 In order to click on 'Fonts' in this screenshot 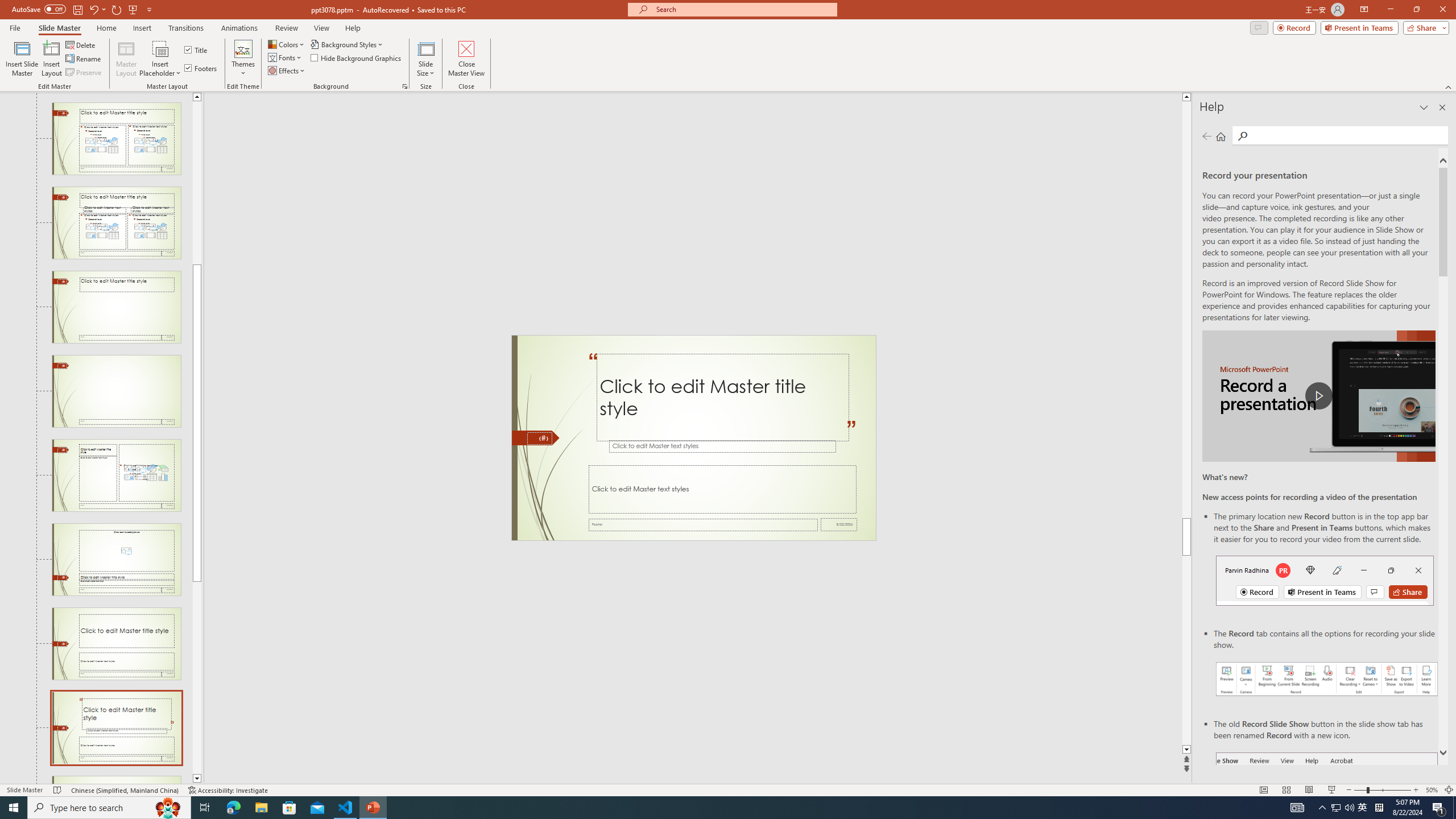, I will do `click(286, 56)`.